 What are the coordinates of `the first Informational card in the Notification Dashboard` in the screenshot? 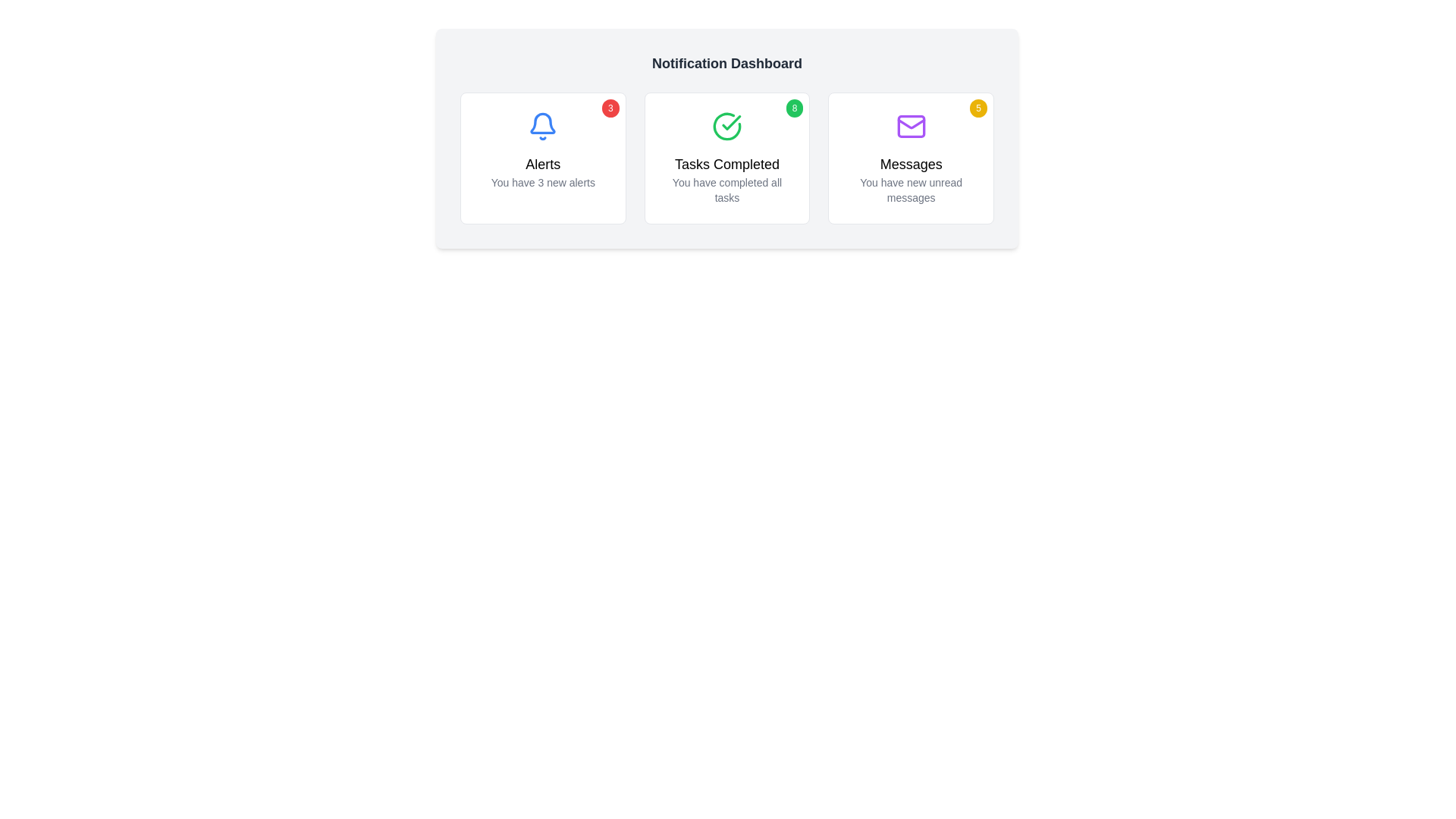 It's located at (542, 158).